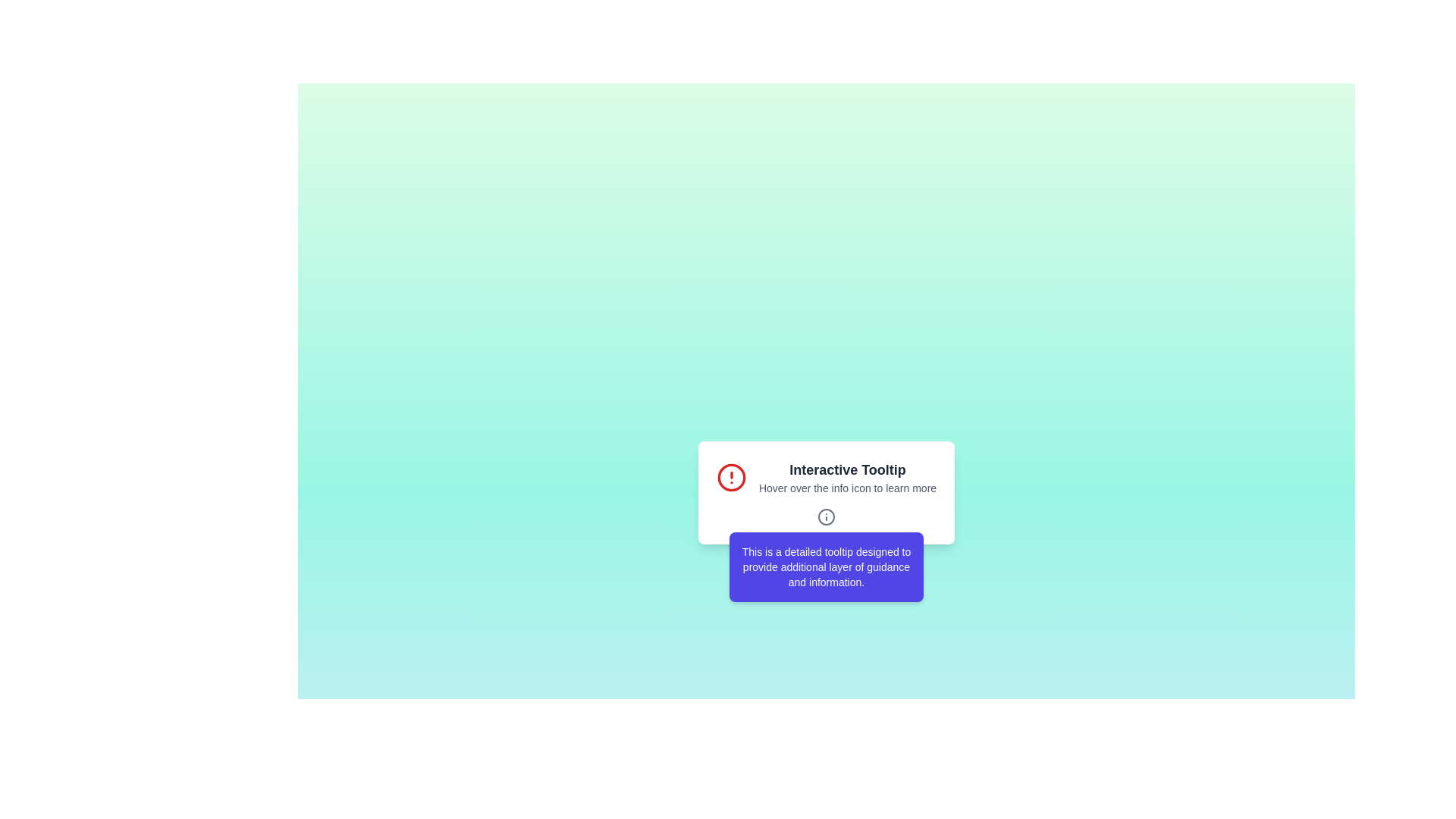 This screenshot has height=819, width=1456. I want to click on the Tooltip box positioned below the 'Interactive Tooltip' content box to read the detailed information provided, so click(825, 567).